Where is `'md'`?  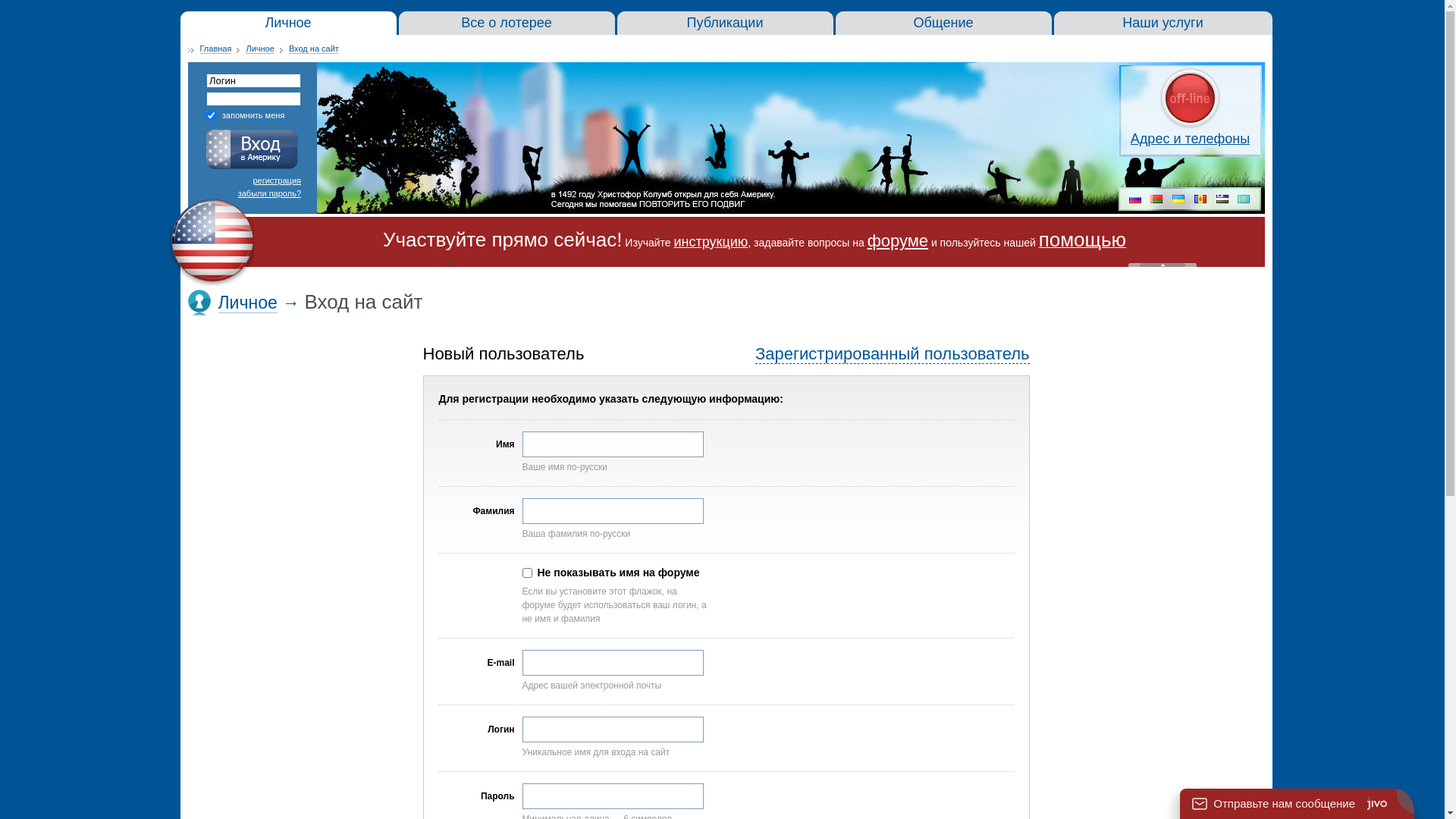
'md' is located at coordinates (1200, 199).